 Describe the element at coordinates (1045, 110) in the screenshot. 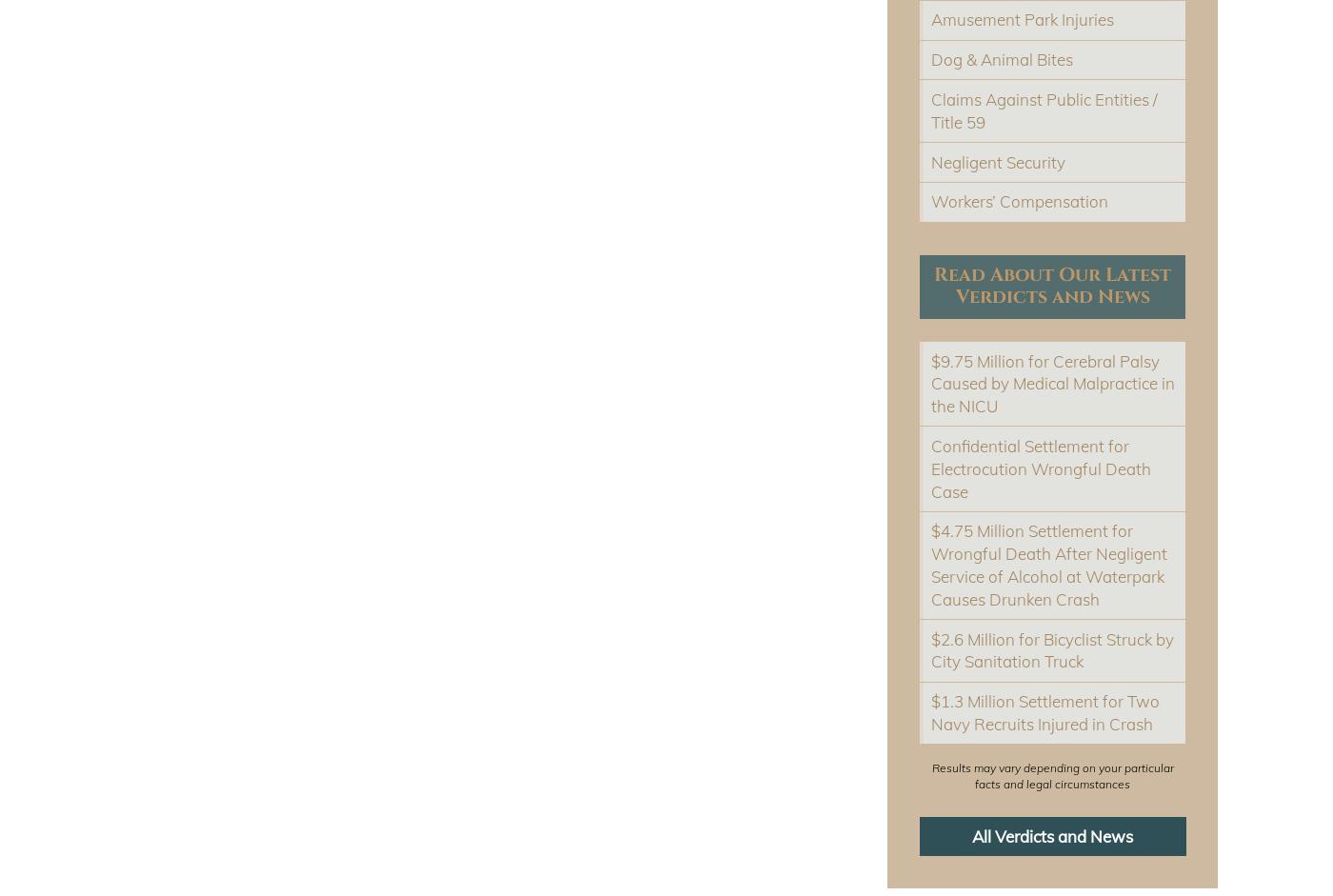

I see `'Claims Against Public Entities / Title 59'` at that location.